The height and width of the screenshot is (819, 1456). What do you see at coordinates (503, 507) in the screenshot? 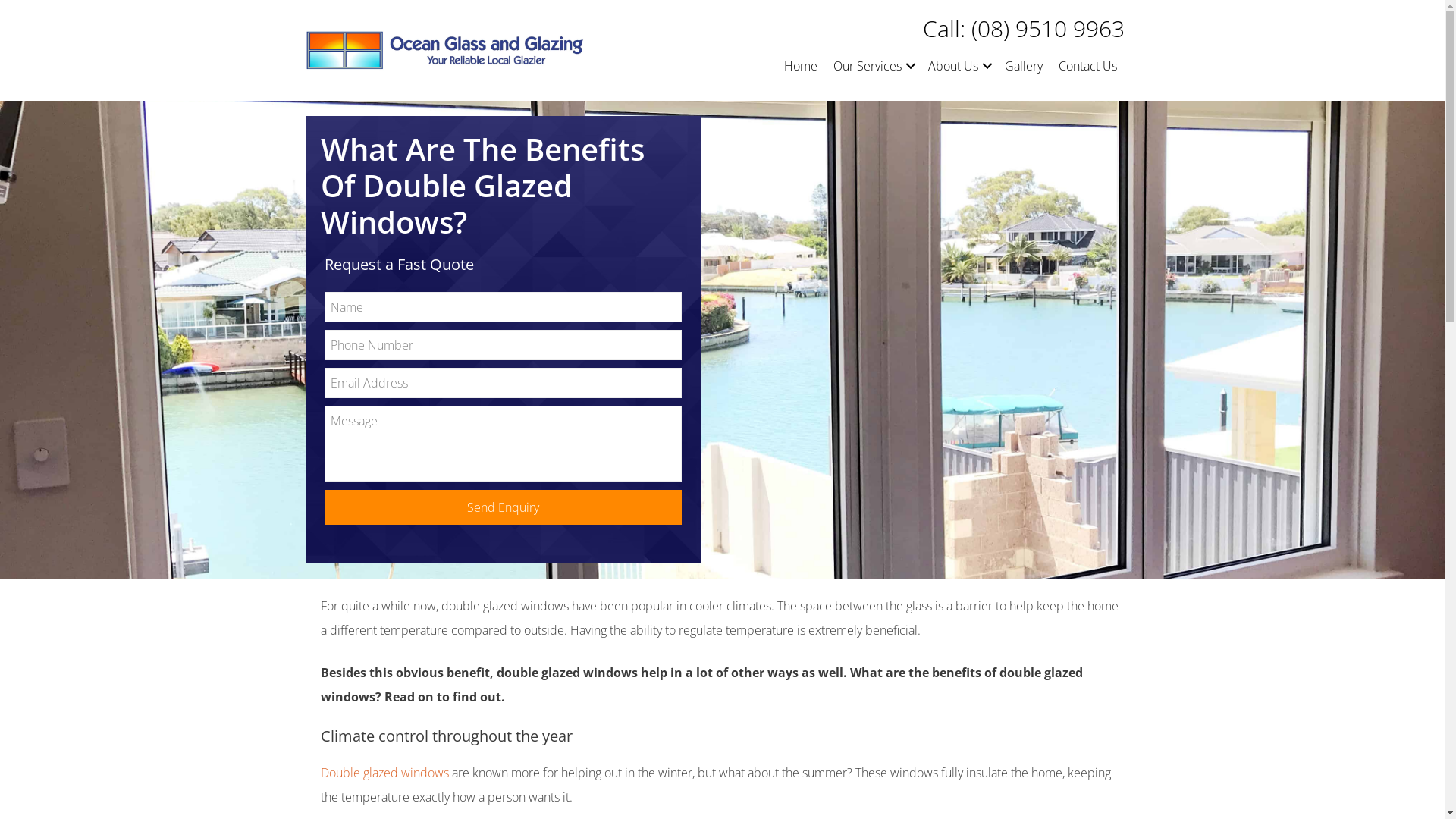
I see `'Send Enquiry'` at bounding box center [503, 507].